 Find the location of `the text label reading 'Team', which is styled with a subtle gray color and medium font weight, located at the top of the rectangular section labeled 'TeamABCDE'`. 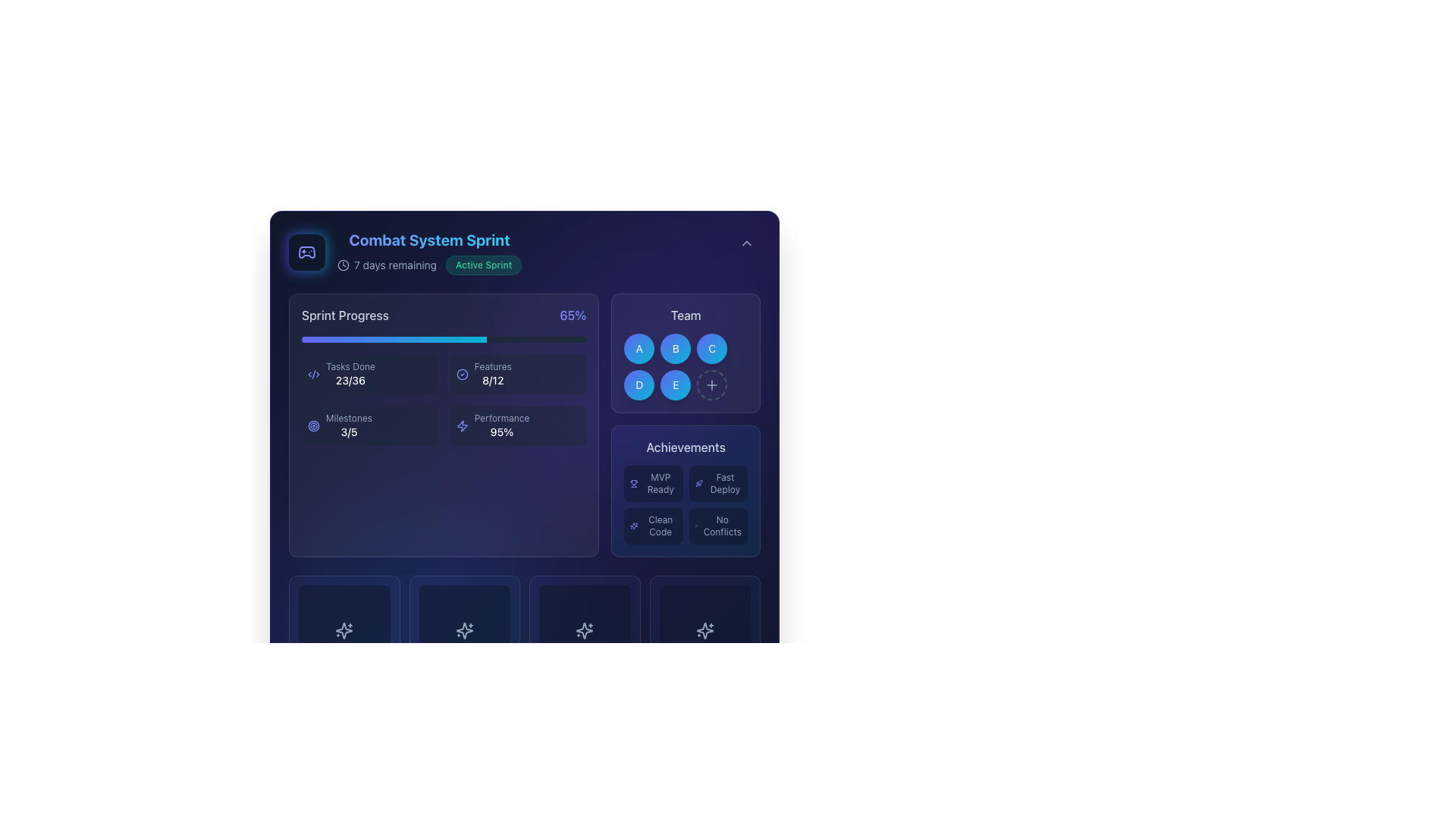

the text label reading 'Team', which is styled with a subtle gray color and medium font weight, located at the top of the rectangular section labeled 'TeamABCDE' is located at coordinates (685, 315).